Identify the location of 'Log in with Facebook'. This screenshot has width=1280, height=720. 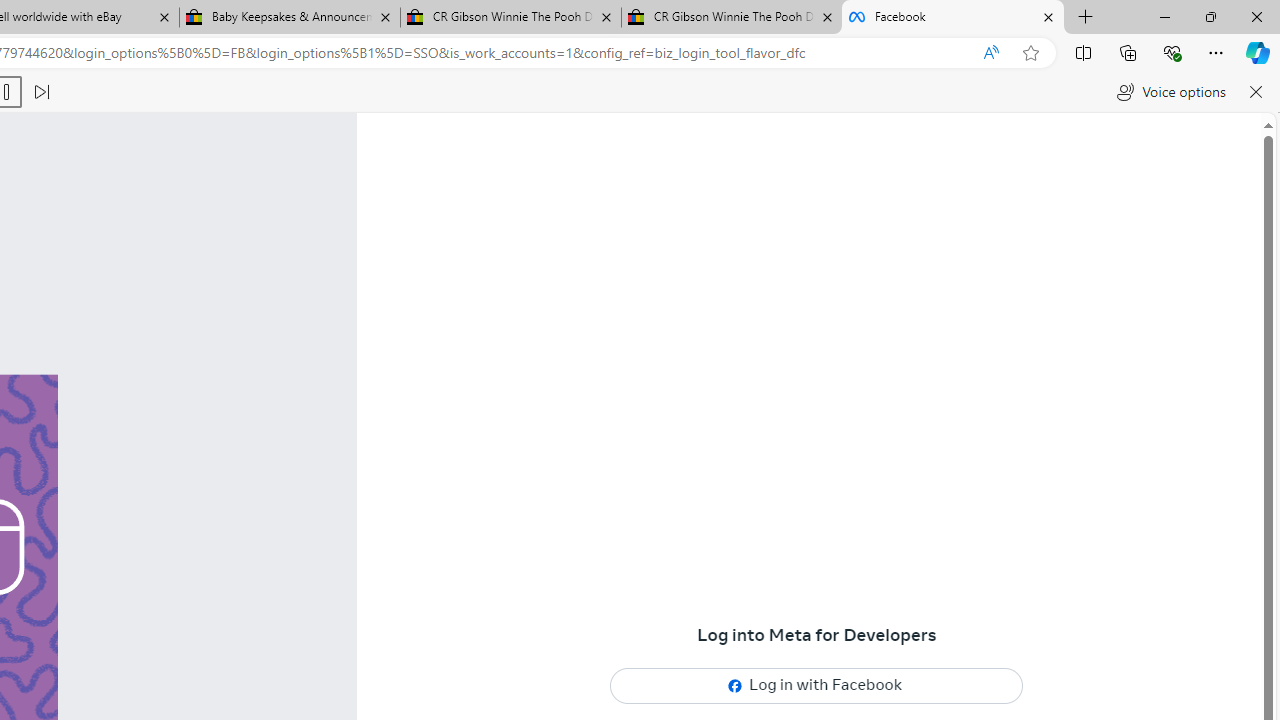
(817, 684).